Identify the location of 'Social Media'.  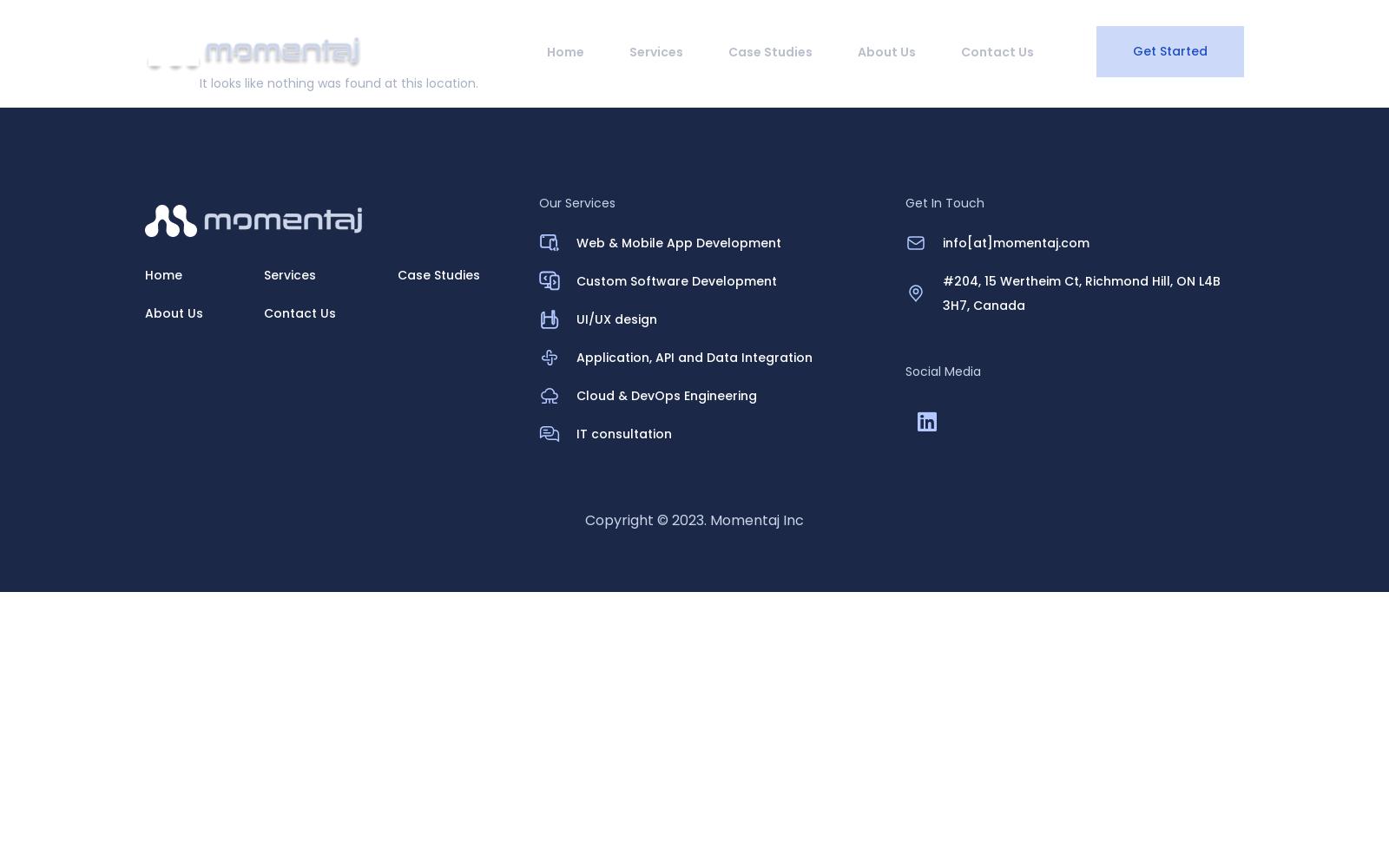
(942, 372).